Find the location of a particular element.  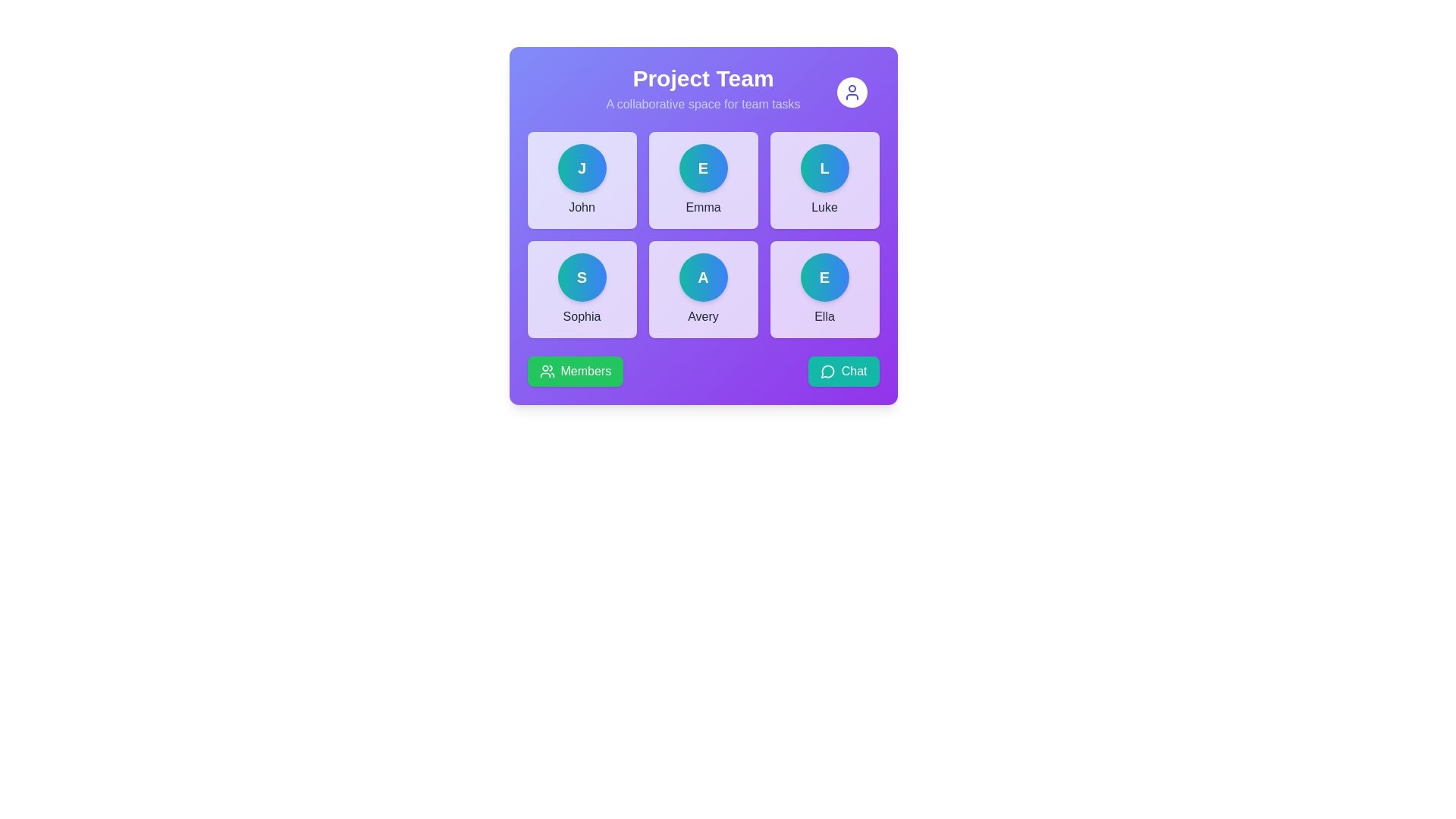

the text label displaying the name 'John' which is positioned below the circular avatar labeled 'J' in the top-left card of the user profiles grid is located at coordinates (581, 207).